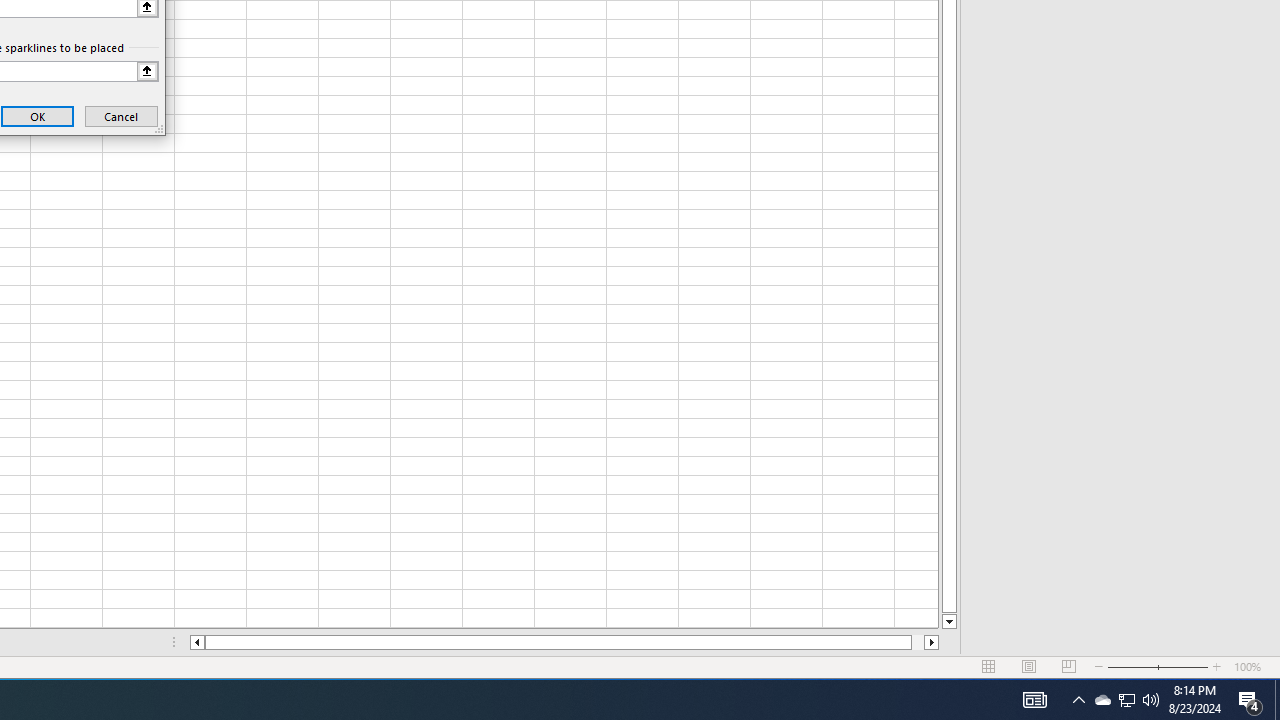 Image resolution: width=1280 pixels, height=720 pixels. What do you see at coordinates (1158, 667) in the screenshot?
I see `'Zoom'` at bounding box center [1158, 667].